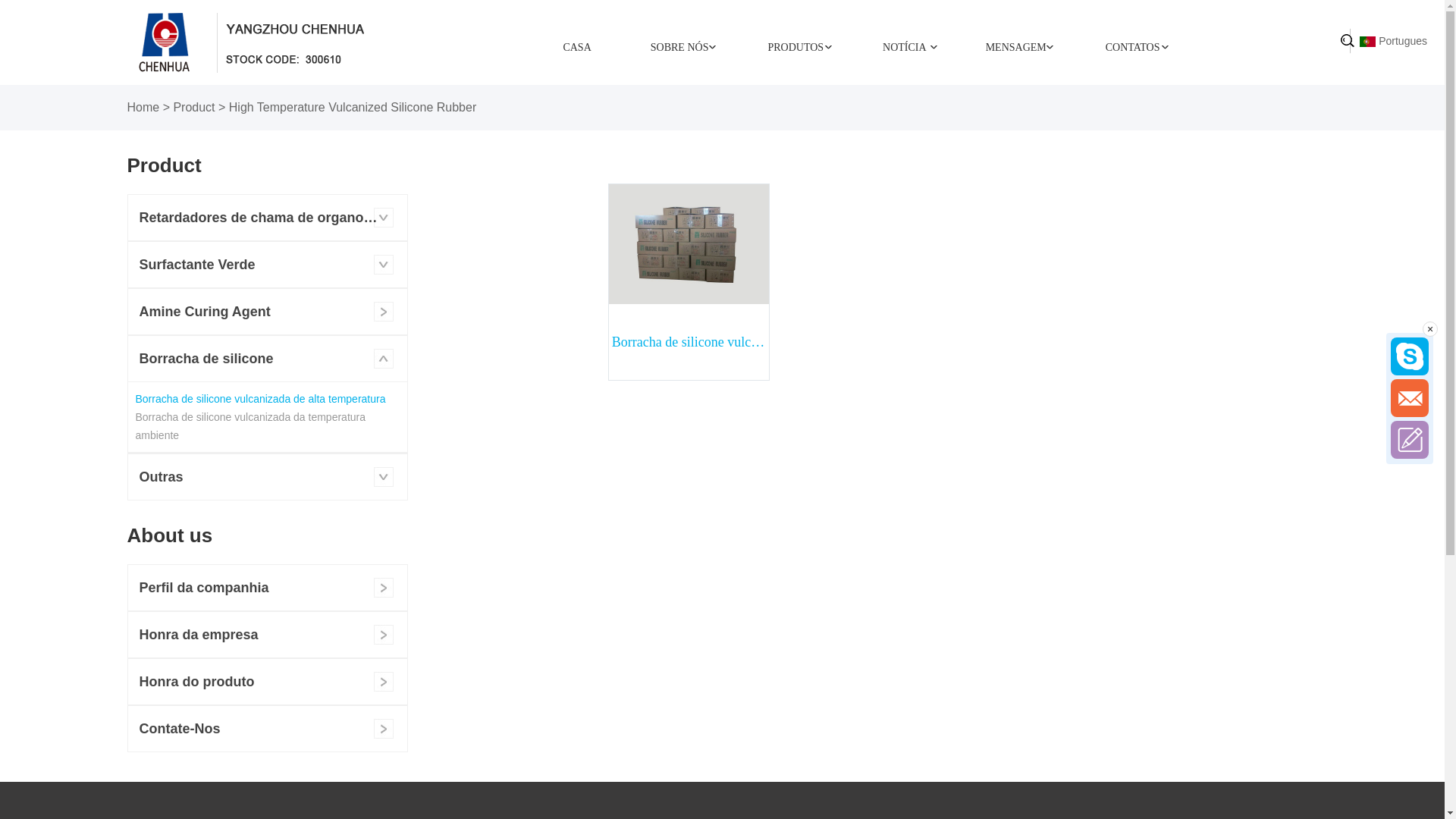 The width and height of the screenshot is (1456, 819). Describe the element at coordinates (266, 217) in the screenshot. I see `'Retardadores de chama de organofosforados'` at that location.